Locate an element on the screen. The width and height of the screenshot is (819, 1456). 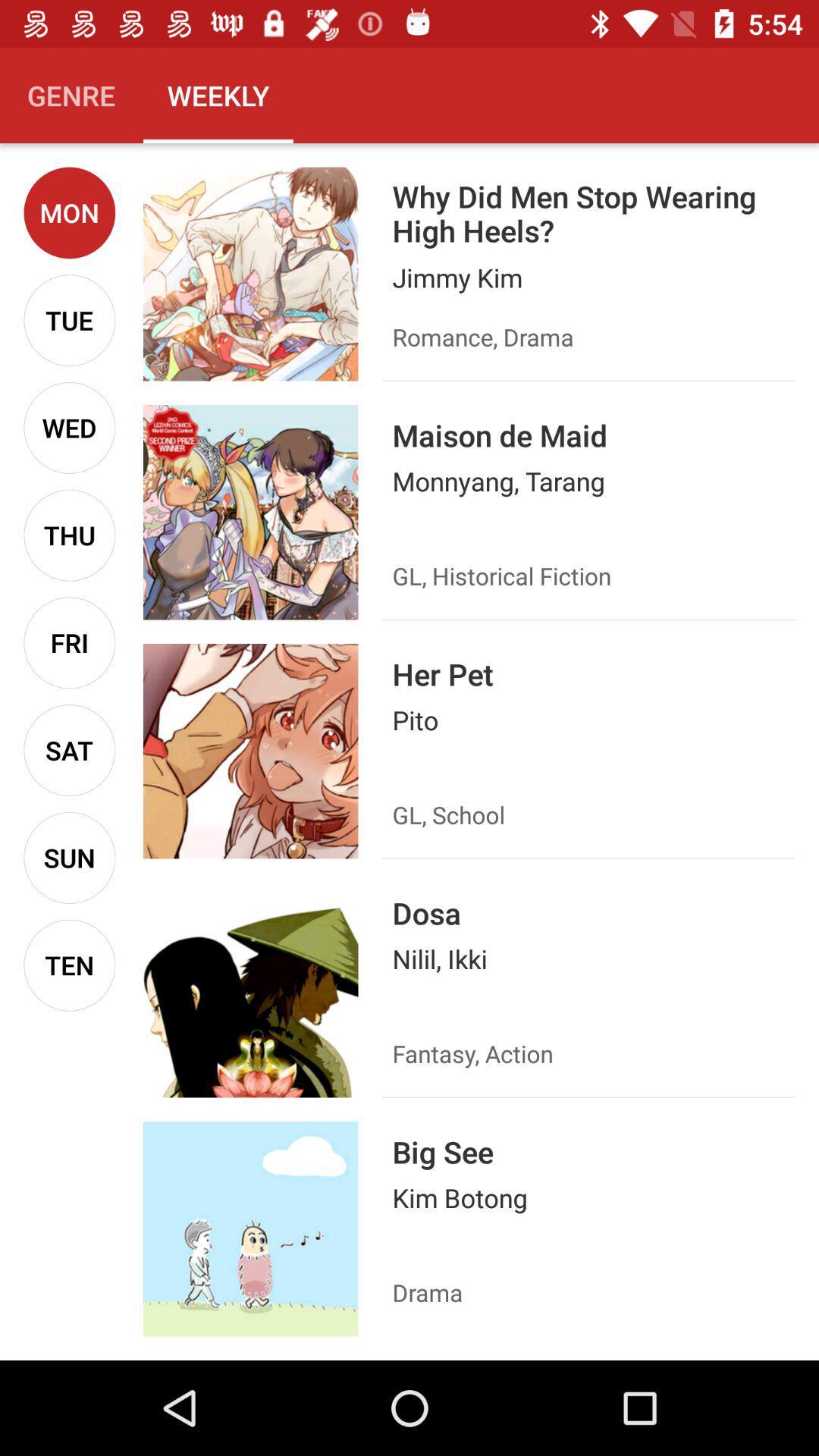
the item below wed is located at coordinates (69, 535).